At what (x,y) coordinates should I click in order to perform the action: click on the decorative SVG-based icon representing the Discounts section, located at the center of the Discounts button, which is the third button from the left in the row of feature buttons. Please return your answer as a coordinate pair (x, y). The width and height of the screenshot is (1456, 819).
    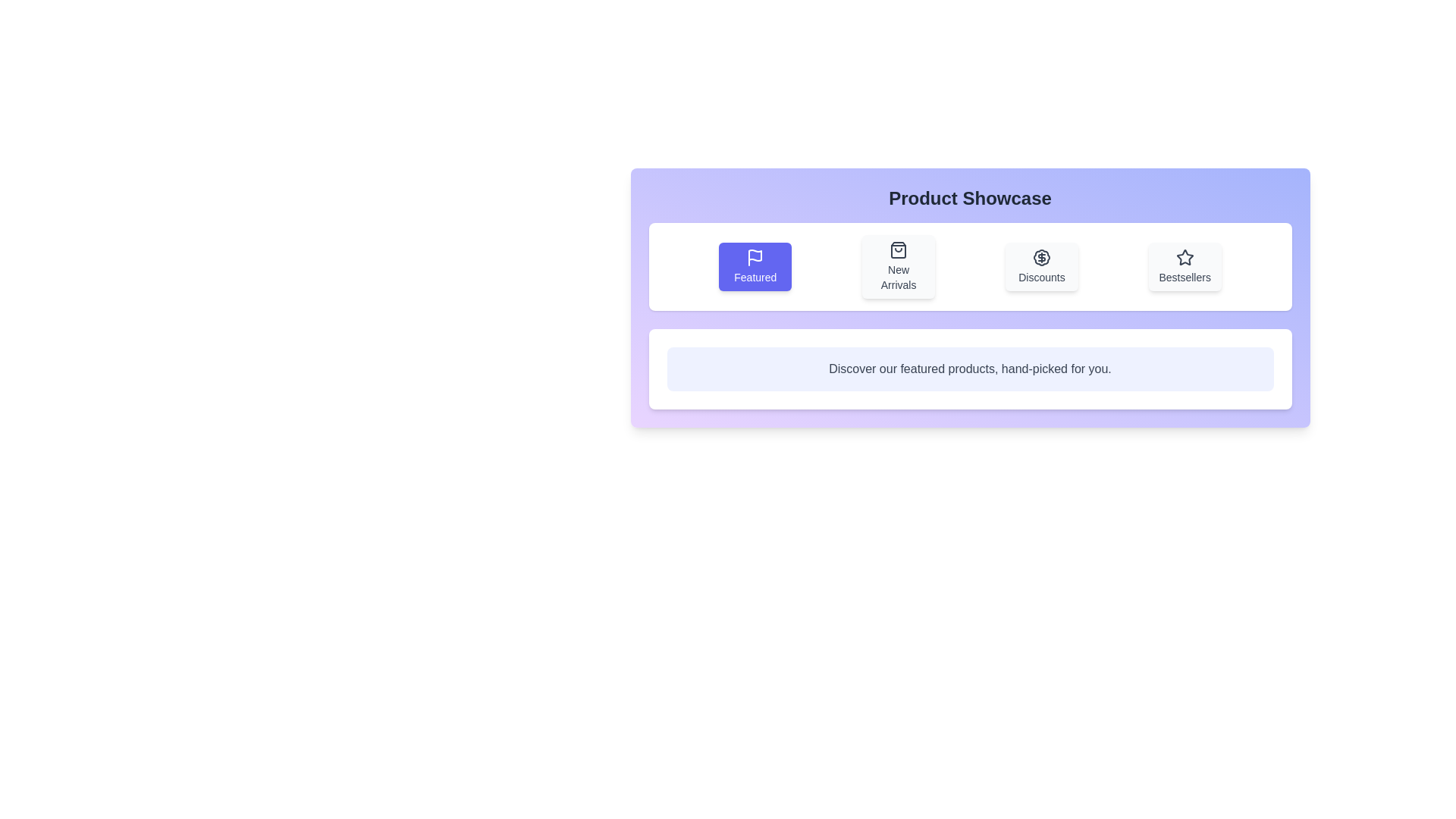
    Looking at the image, I should click on (1040, 256).